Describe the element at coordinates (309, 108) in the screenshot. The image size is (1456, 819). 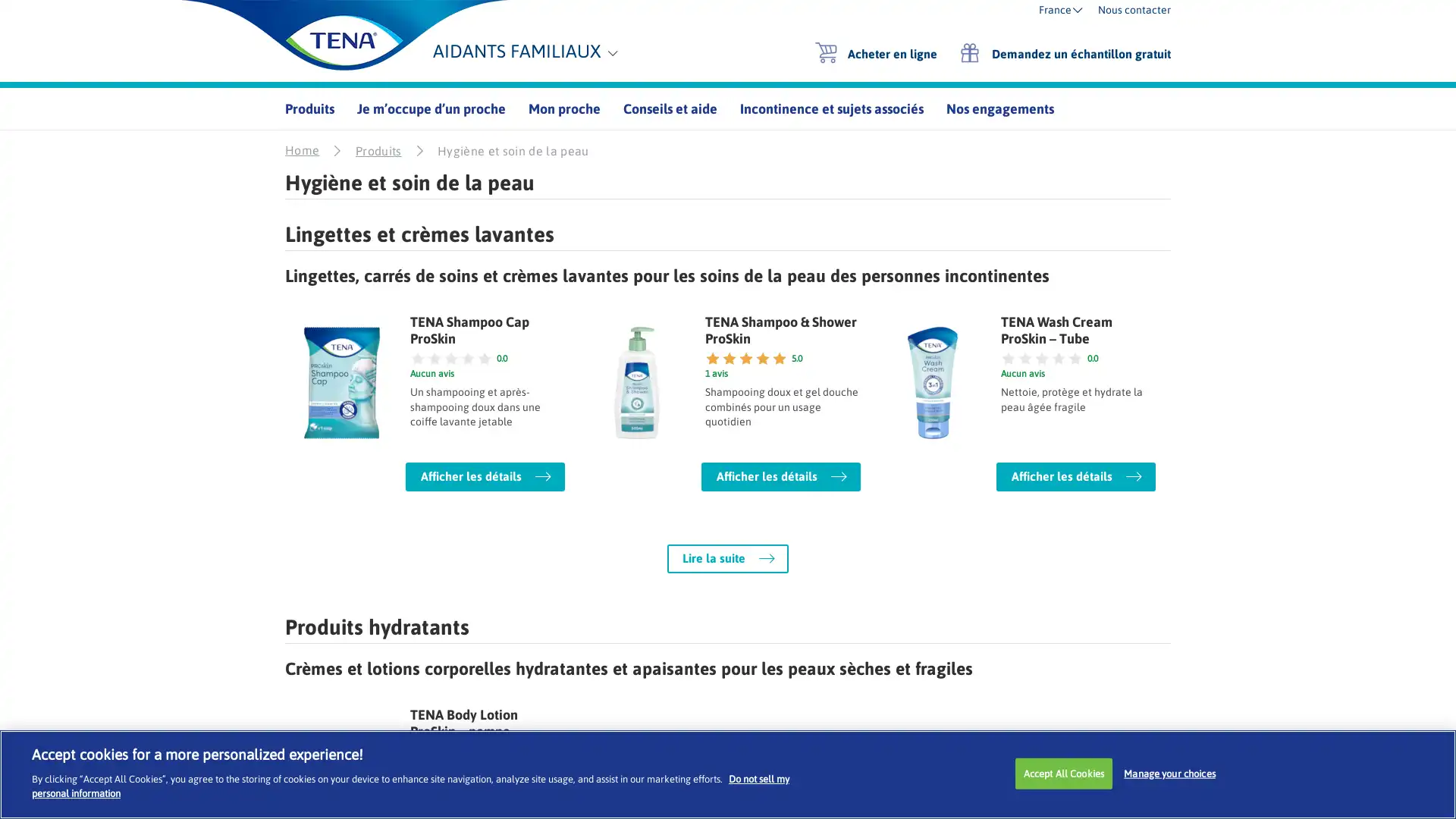
I see `Produits` at that location.